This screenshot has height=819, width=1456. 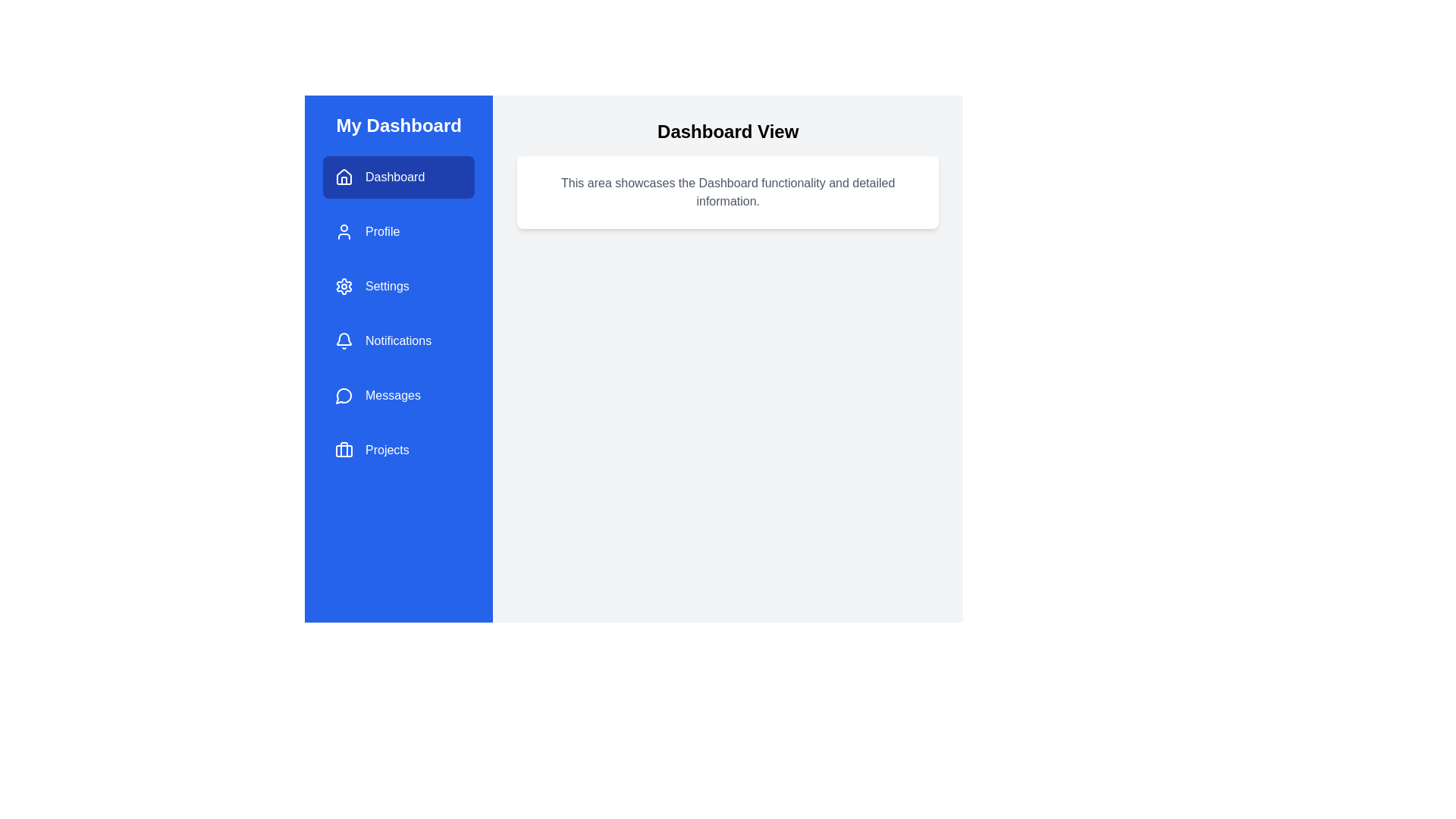 What do you see at coordinates (399, 450) in the screenshot?
I see `the menu item labeled Projects to navigate to its associated view` at bounding box center [399, 450].